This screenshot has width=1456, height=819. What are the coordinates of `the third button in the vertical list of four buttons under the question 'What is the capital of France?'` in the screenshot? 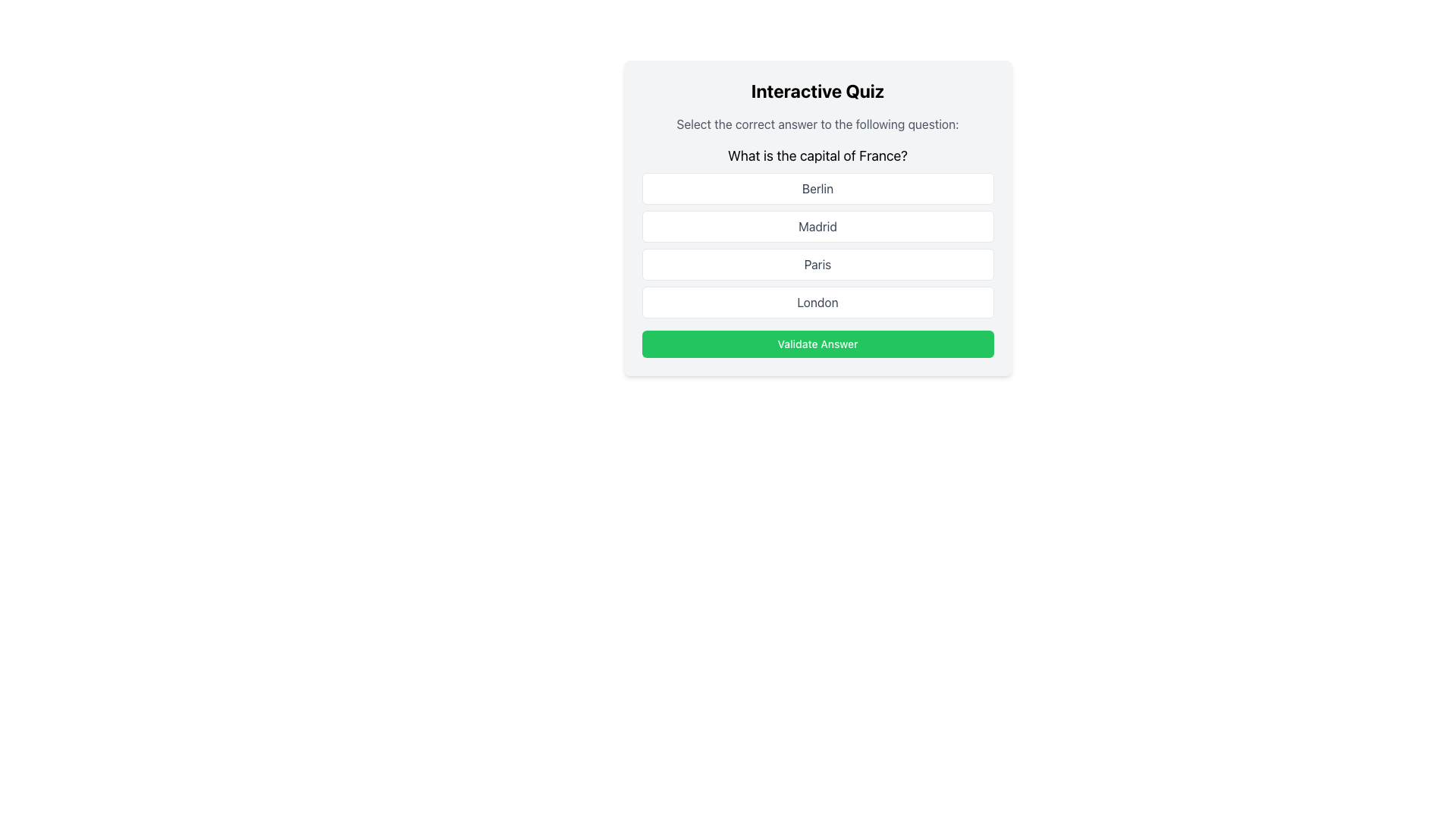 It's located at (817, 263).